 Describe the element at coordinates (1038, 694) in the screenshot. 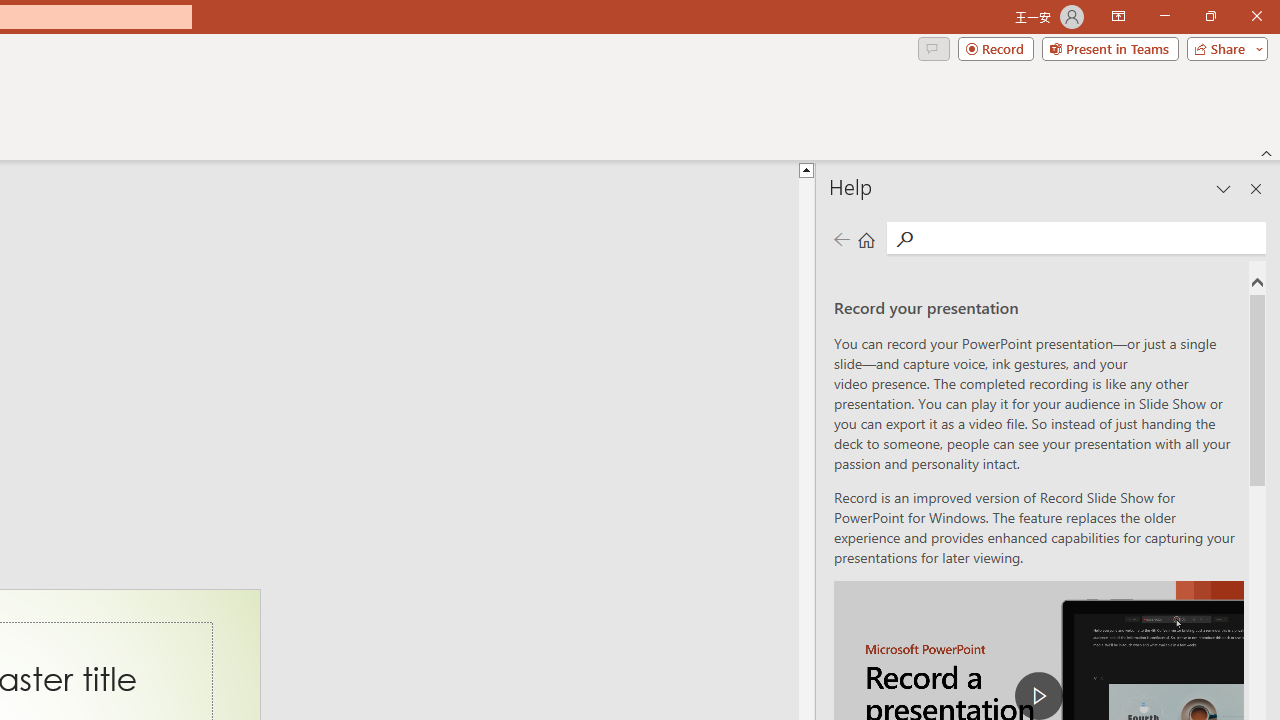

I see `'play Record a Presentation'` at that location.